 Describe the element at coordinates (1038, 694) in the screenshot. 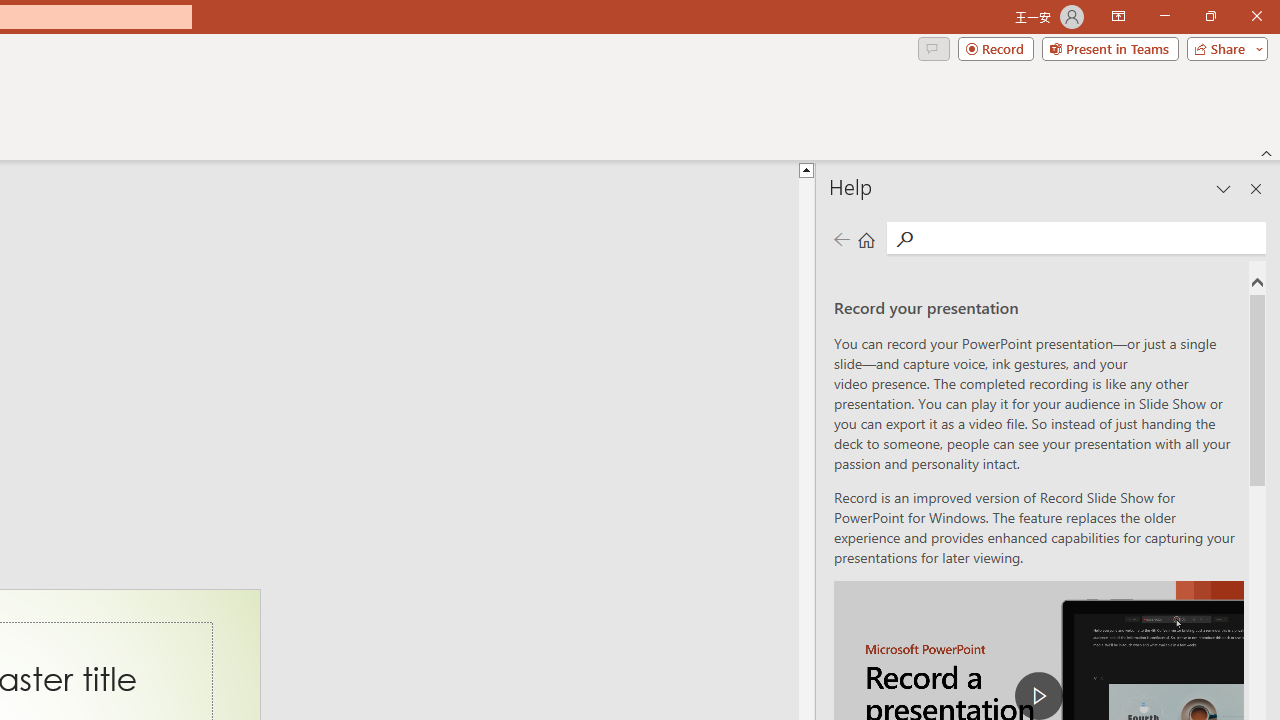

I see `'play Record a Presentation'` at that location.